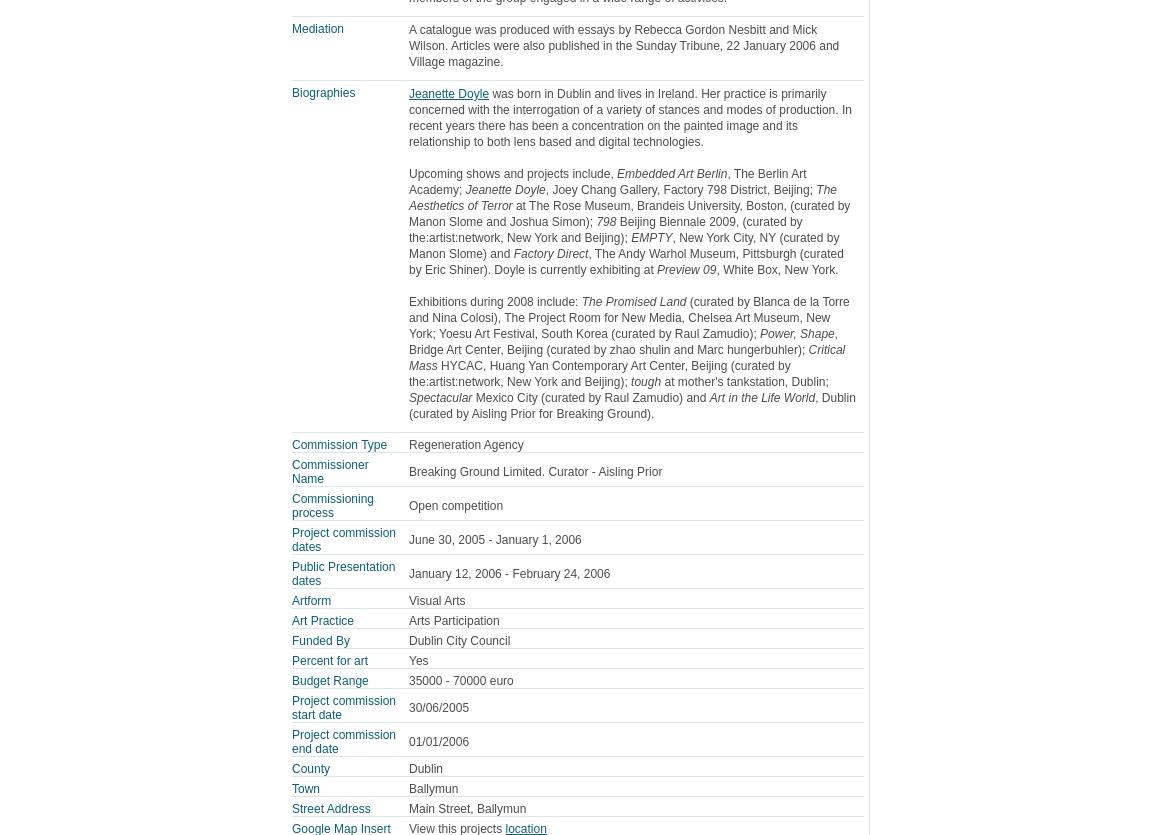  Describe the element at coordinates (670, 174) in the screenshot. I see `'Embedded Art Berlin'` at that location.